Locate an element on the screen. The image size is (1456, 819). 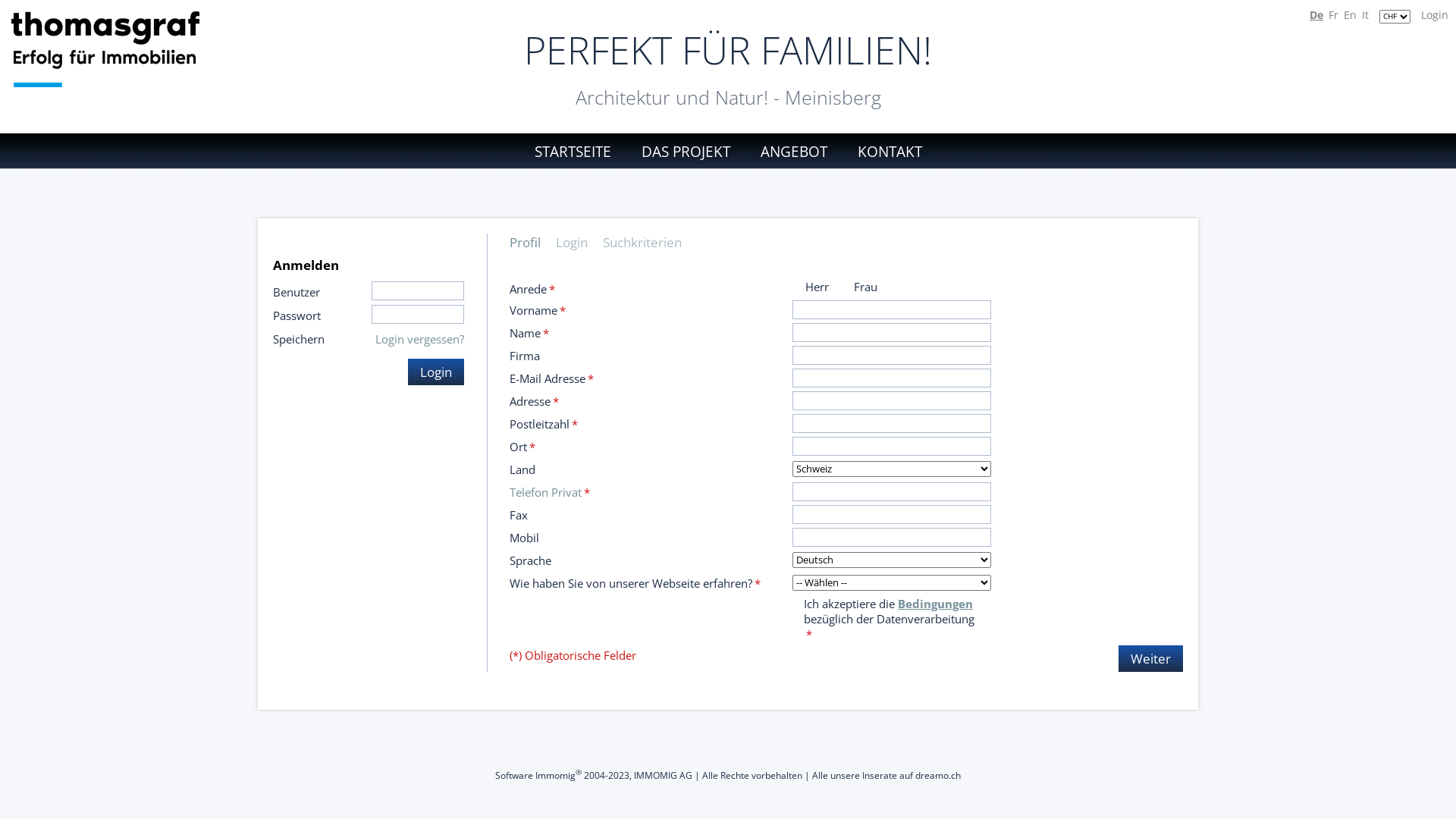
'Suchkriterien' is located at coordinates (650, 241).